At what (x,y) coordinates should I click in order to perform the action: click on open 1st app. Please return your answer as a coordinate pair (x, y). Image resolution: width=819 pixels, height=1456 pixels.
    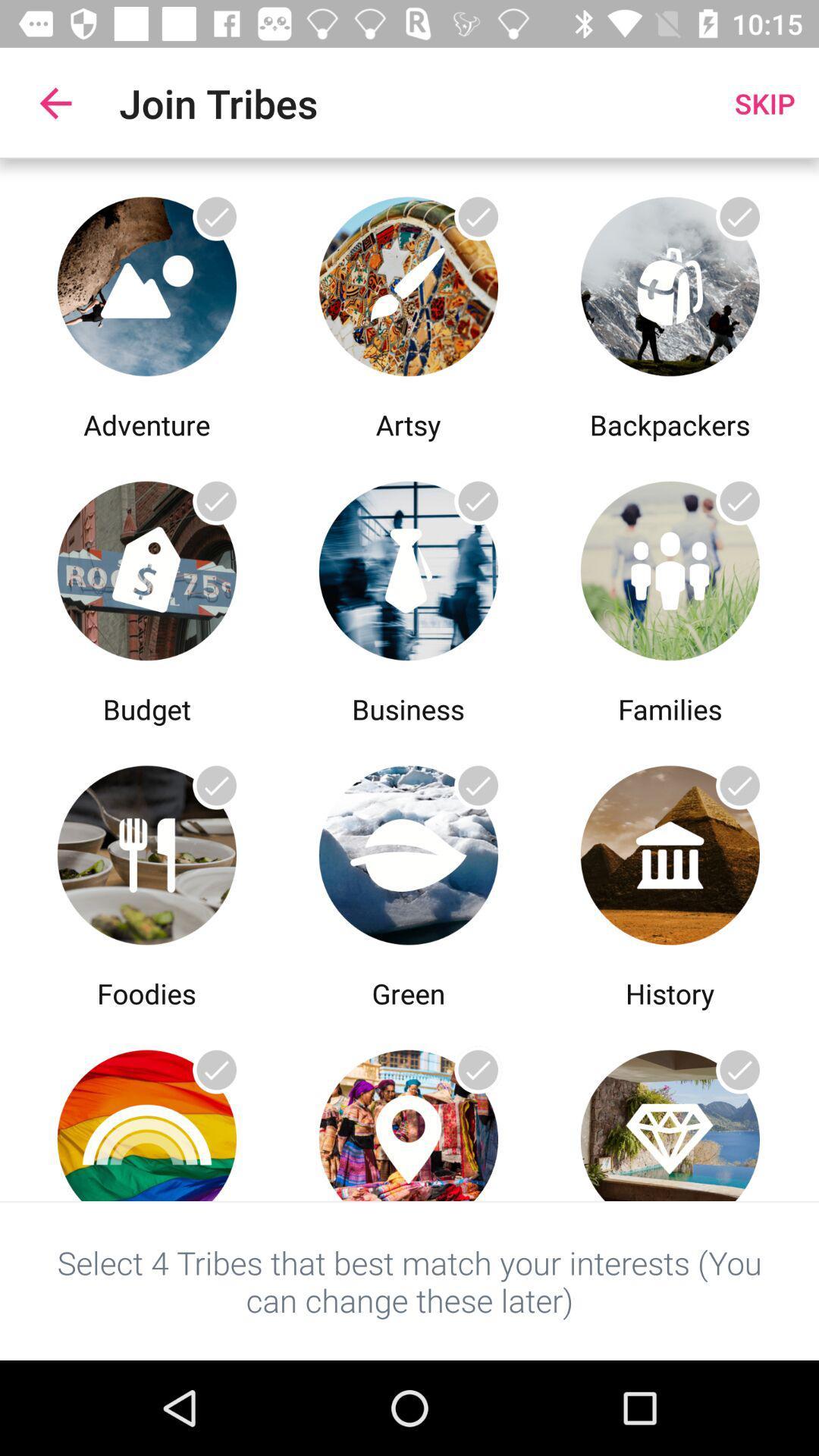
    Looking at the image, I should click on (146, 282).